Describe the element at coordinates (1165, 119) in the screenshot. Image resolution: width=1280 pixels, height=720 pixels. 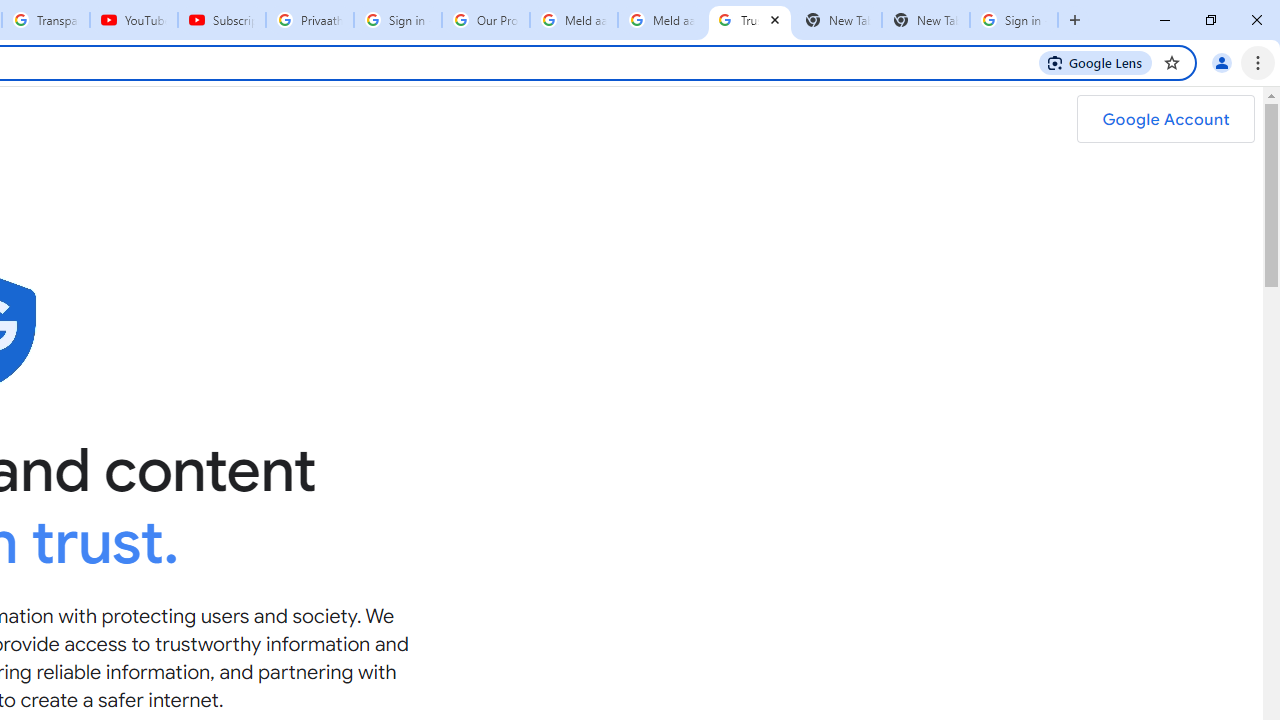
I see `'Google Account'` at that location.